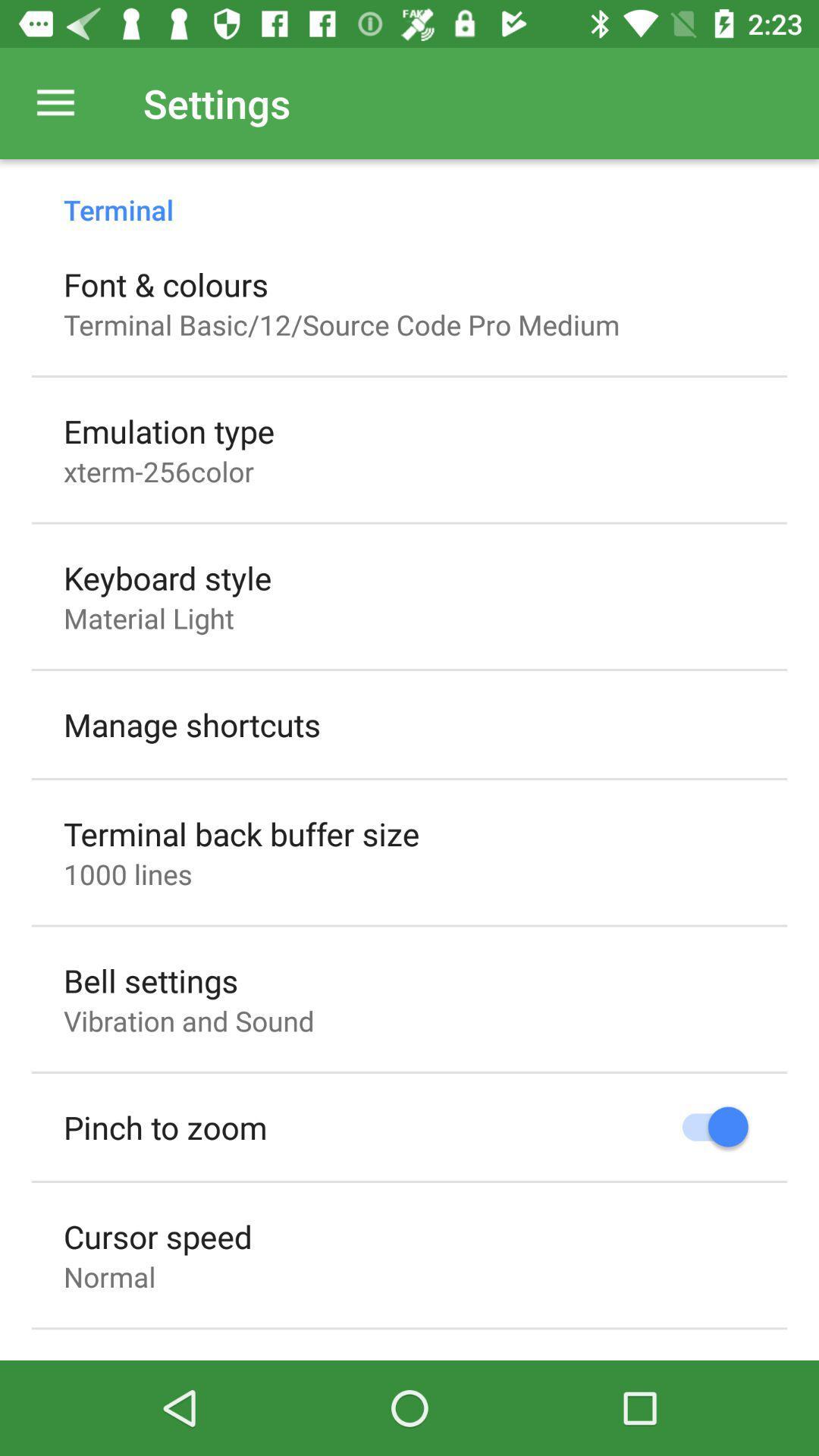  What do you see at coordinates (168, 577) in the screenshot?
I see `the keyboard style item` at bounding box center [168, 577].